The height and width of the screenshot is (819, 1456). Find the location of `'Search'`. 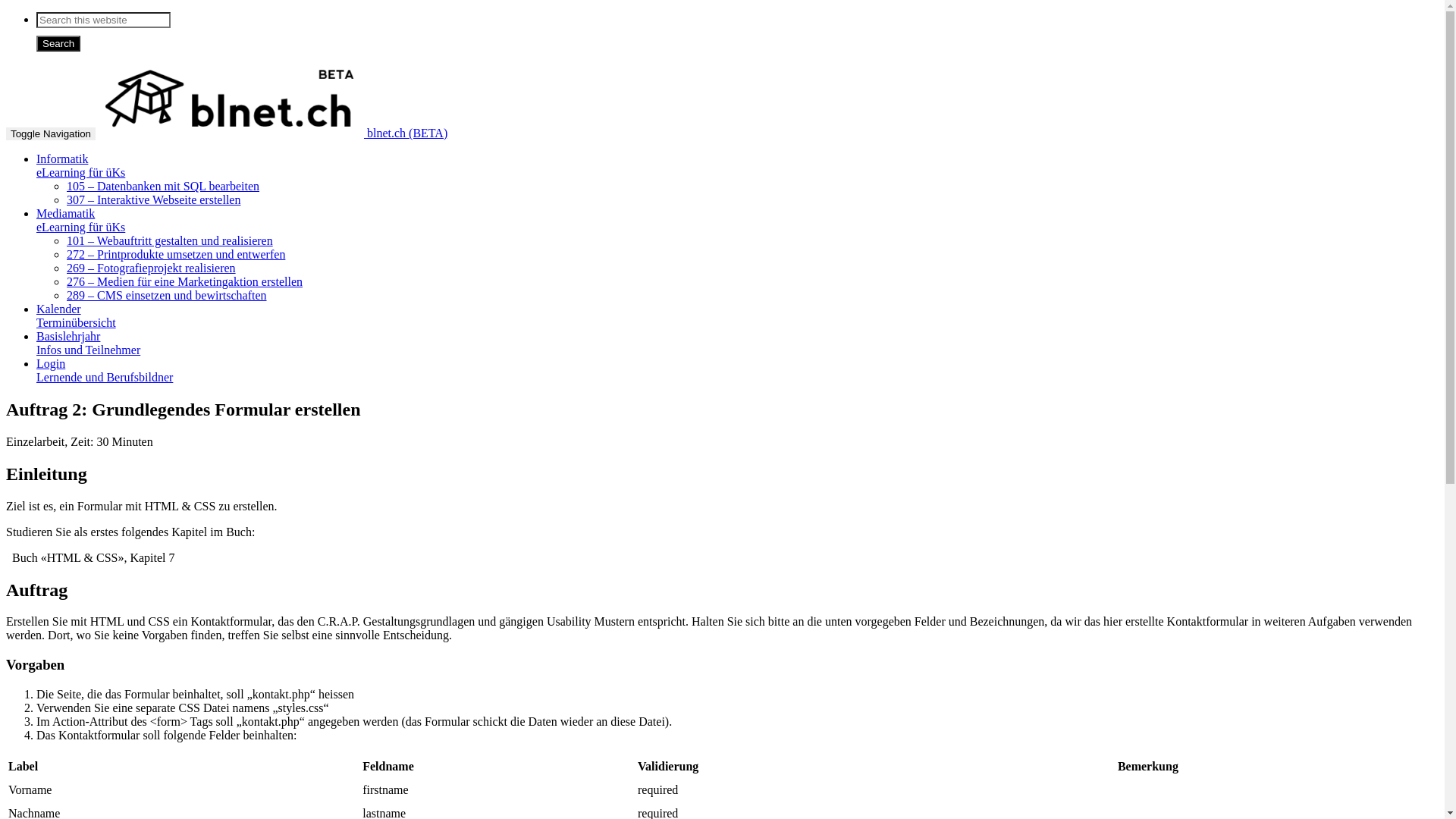

'Search' is located at coordinates (58, 42).